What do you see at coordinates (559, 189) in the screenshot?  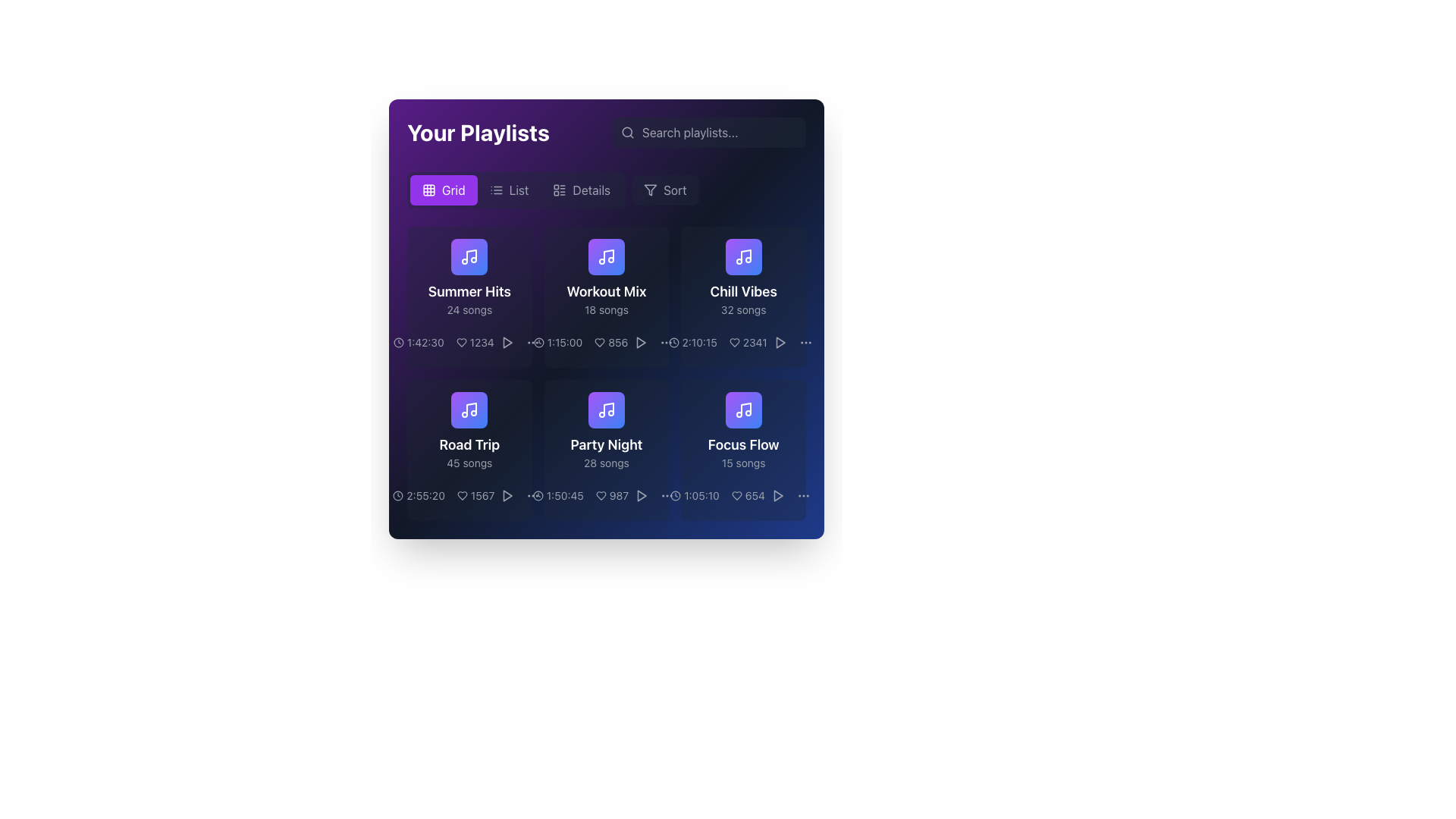 I see `the SVG Image Icon that represents a list layout, located to the right of the 'Grid' icon and the title 'List', which is part of the 'Details' button in the top section of the interface` at bounding box center [559, 189].